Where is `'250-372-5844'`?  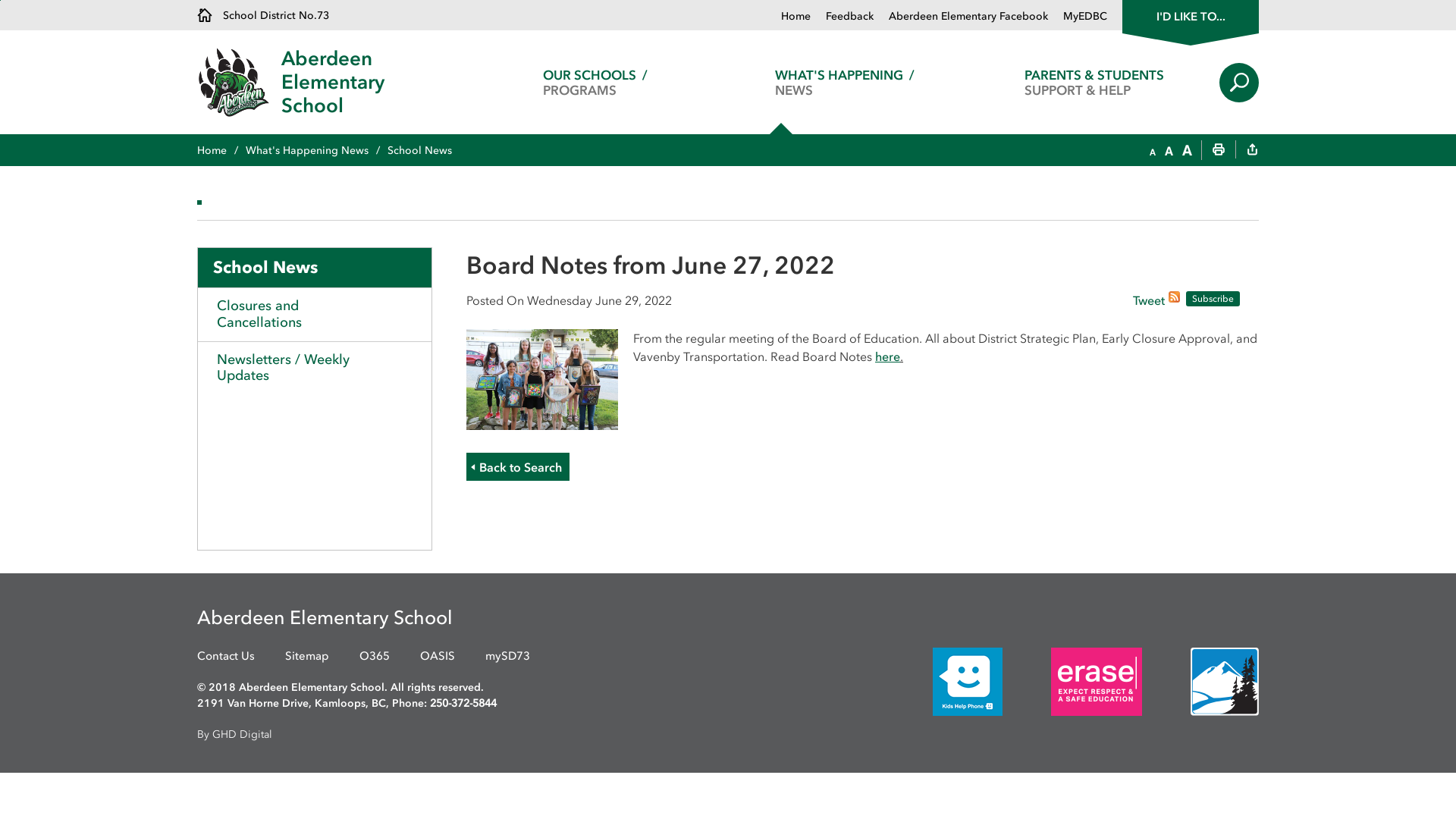 '250-372-5844' is located at coordinates (462, 703).